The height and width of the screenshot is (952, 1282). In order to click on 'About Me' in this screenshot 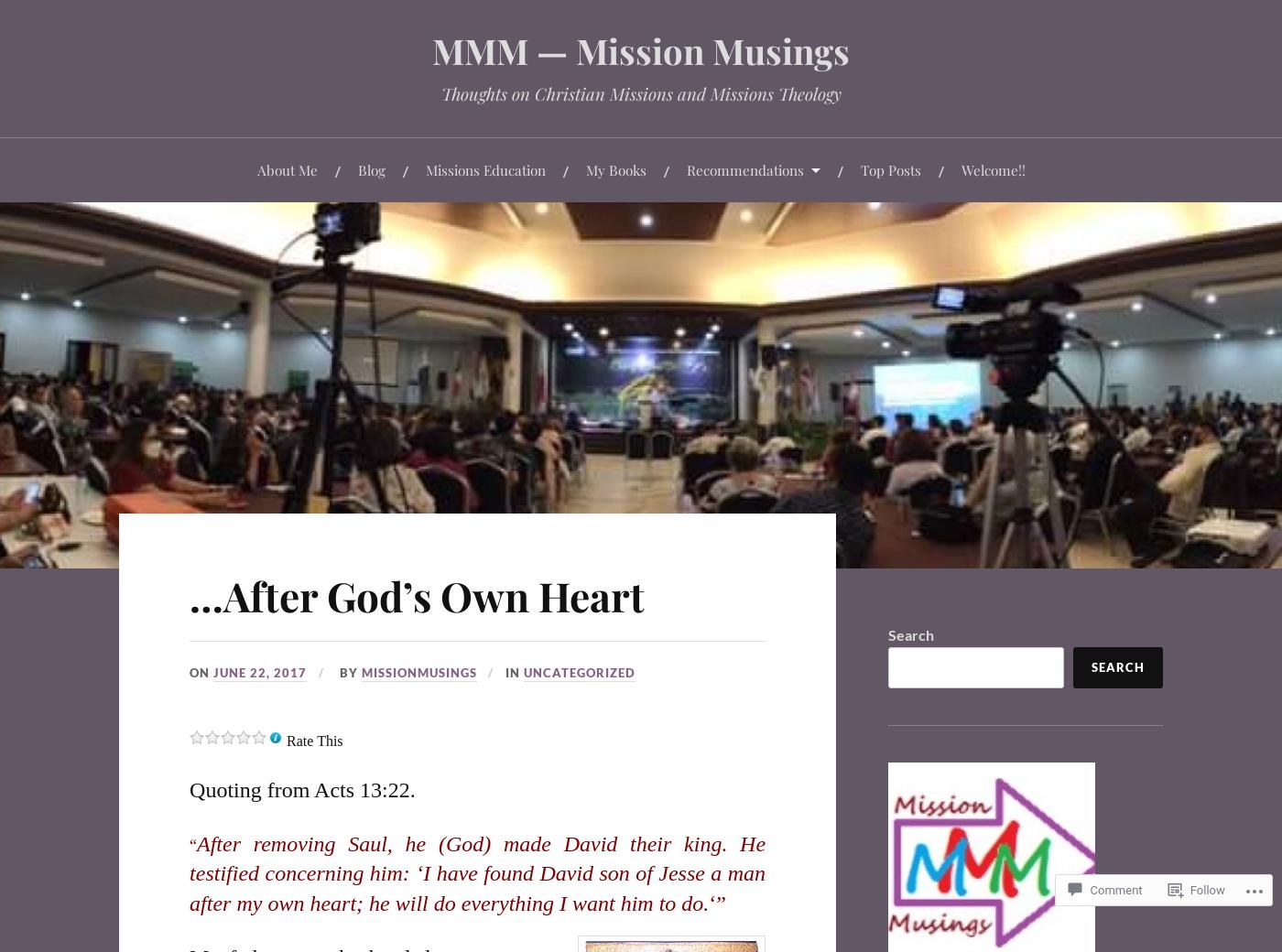, I will do `click(287, 168)`.